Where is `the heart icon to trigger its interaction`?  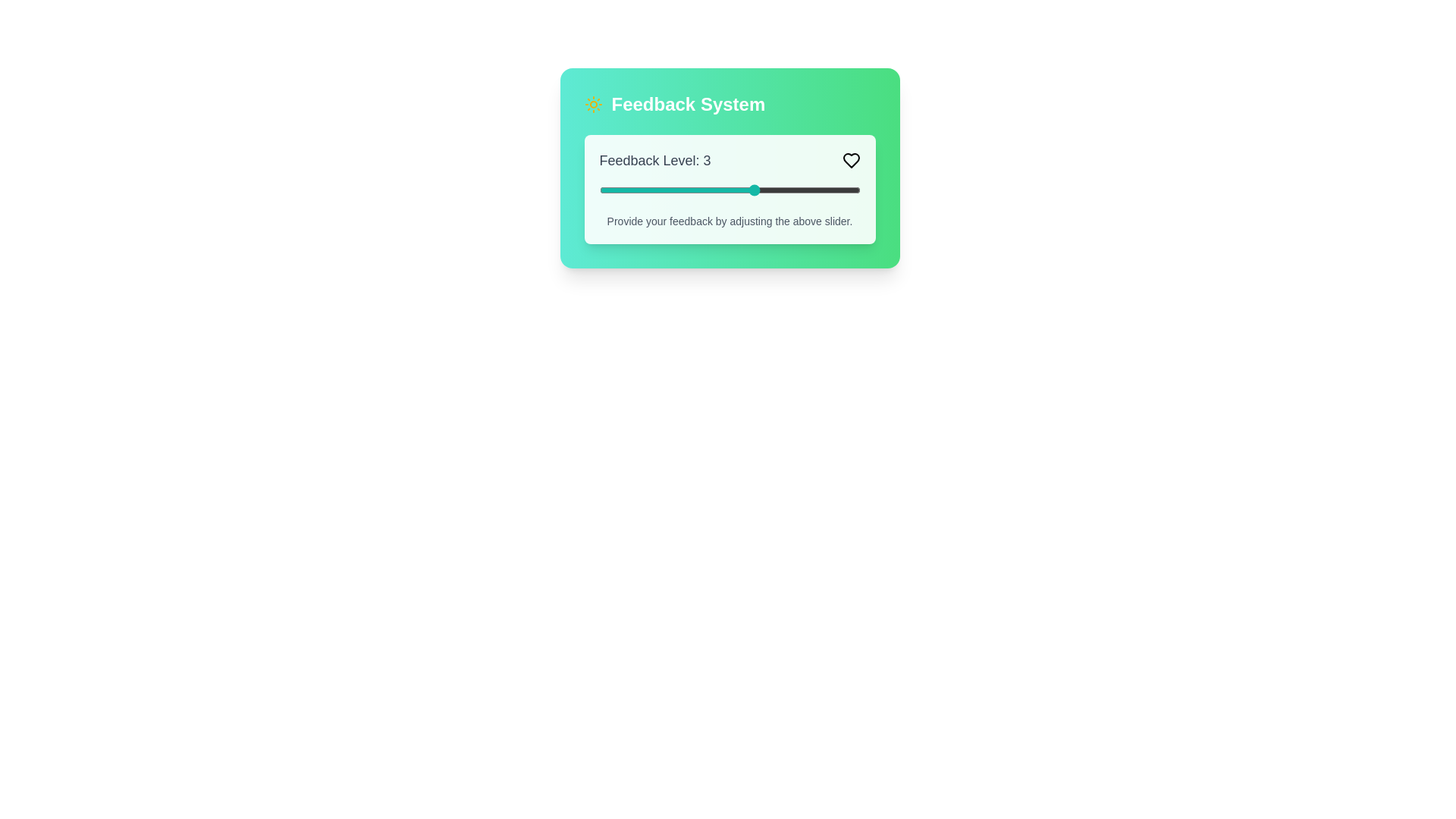
the heart icon to trigger its interaction is located at coordinates (851, 161).